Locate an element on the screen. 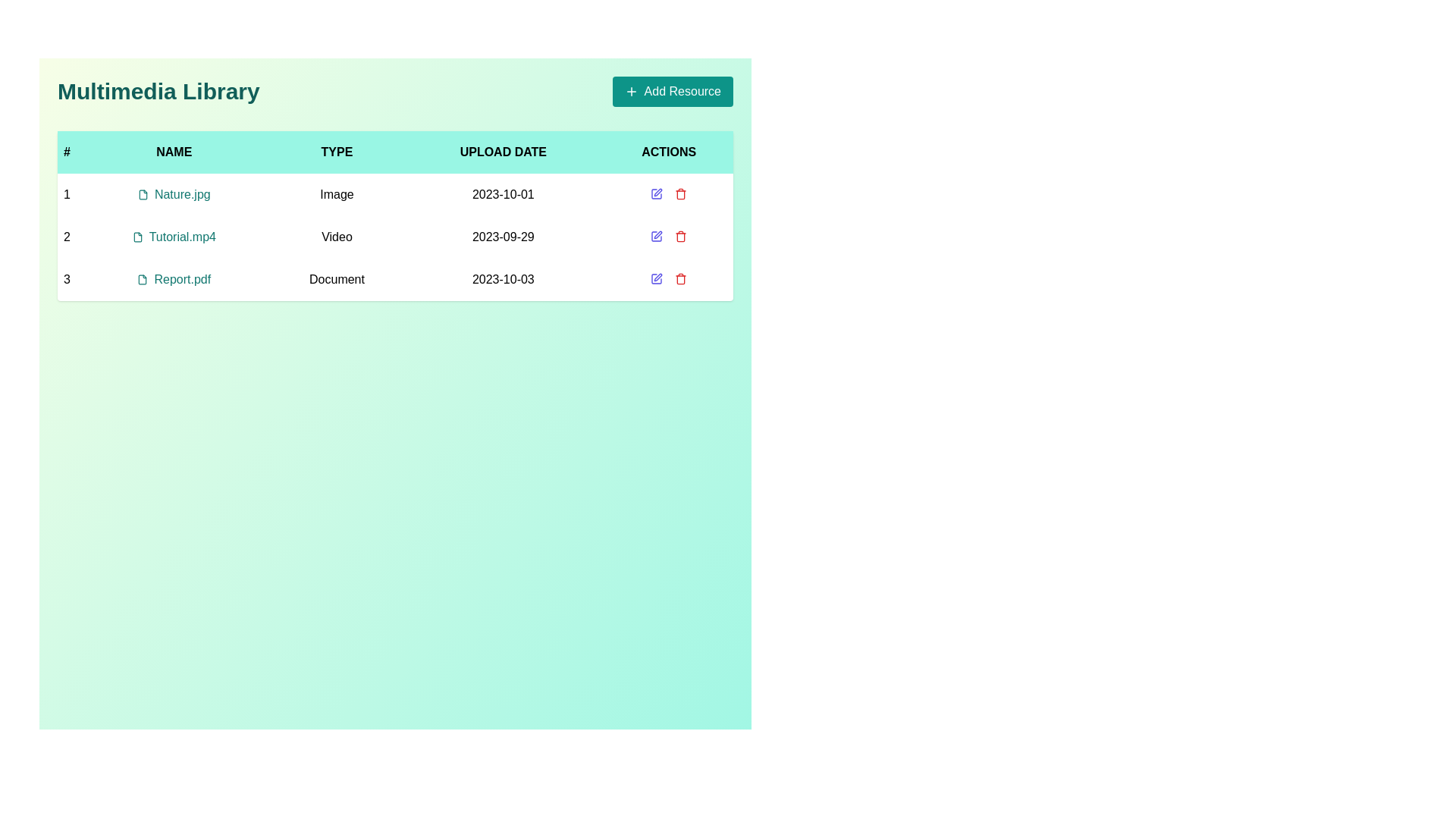 The image size is (1456, 819). the 'Type' text label, which is the third column header in the table, displayed in bold and capitalized letters with a light green background is located at coordinates (336, 152).